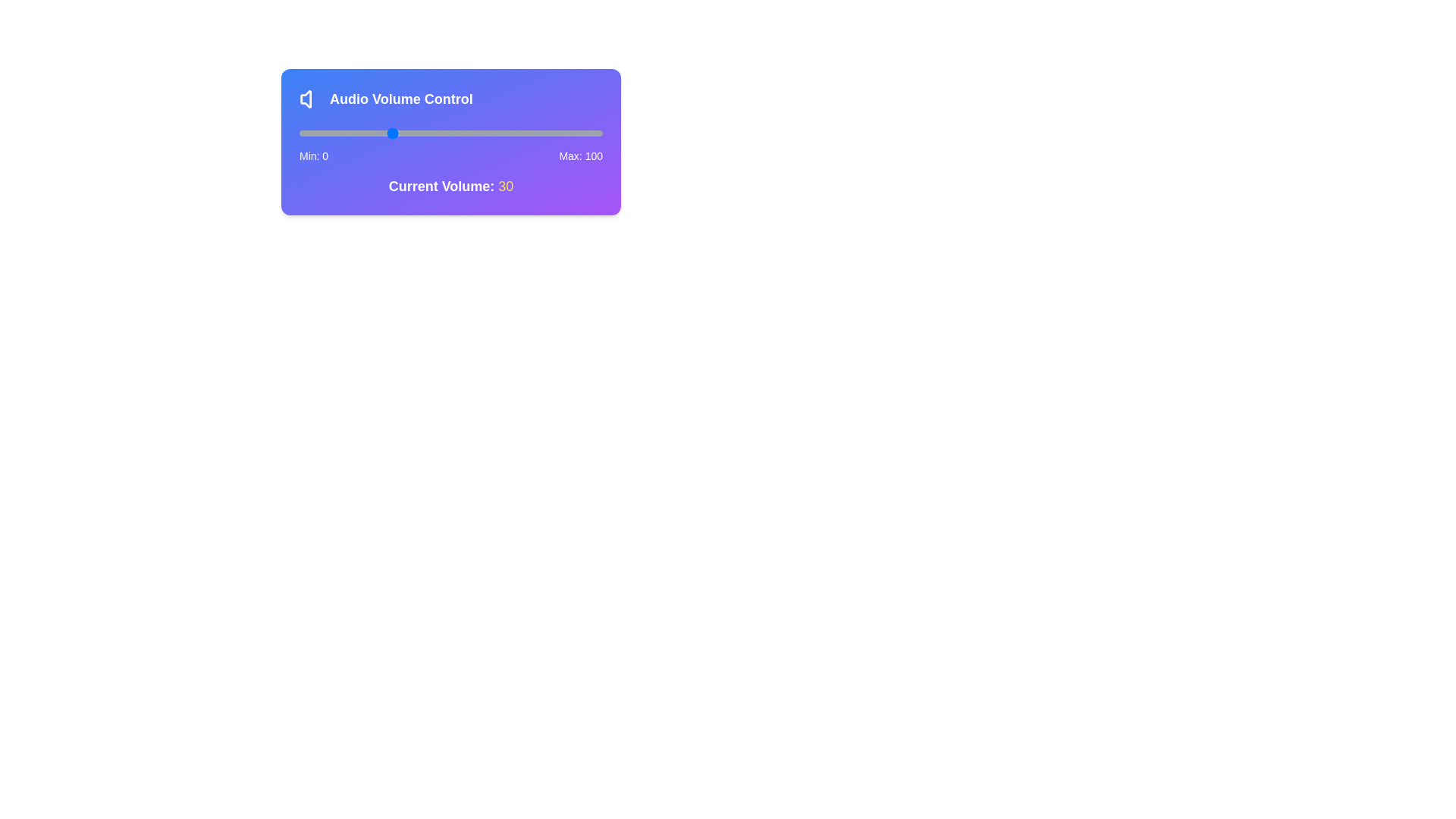 The image size is (1456, 819). What do you see at coordinates (548, 133) in the screenshot?
I see `the slider to set the volume to 82` at bounding box center [548, 133].